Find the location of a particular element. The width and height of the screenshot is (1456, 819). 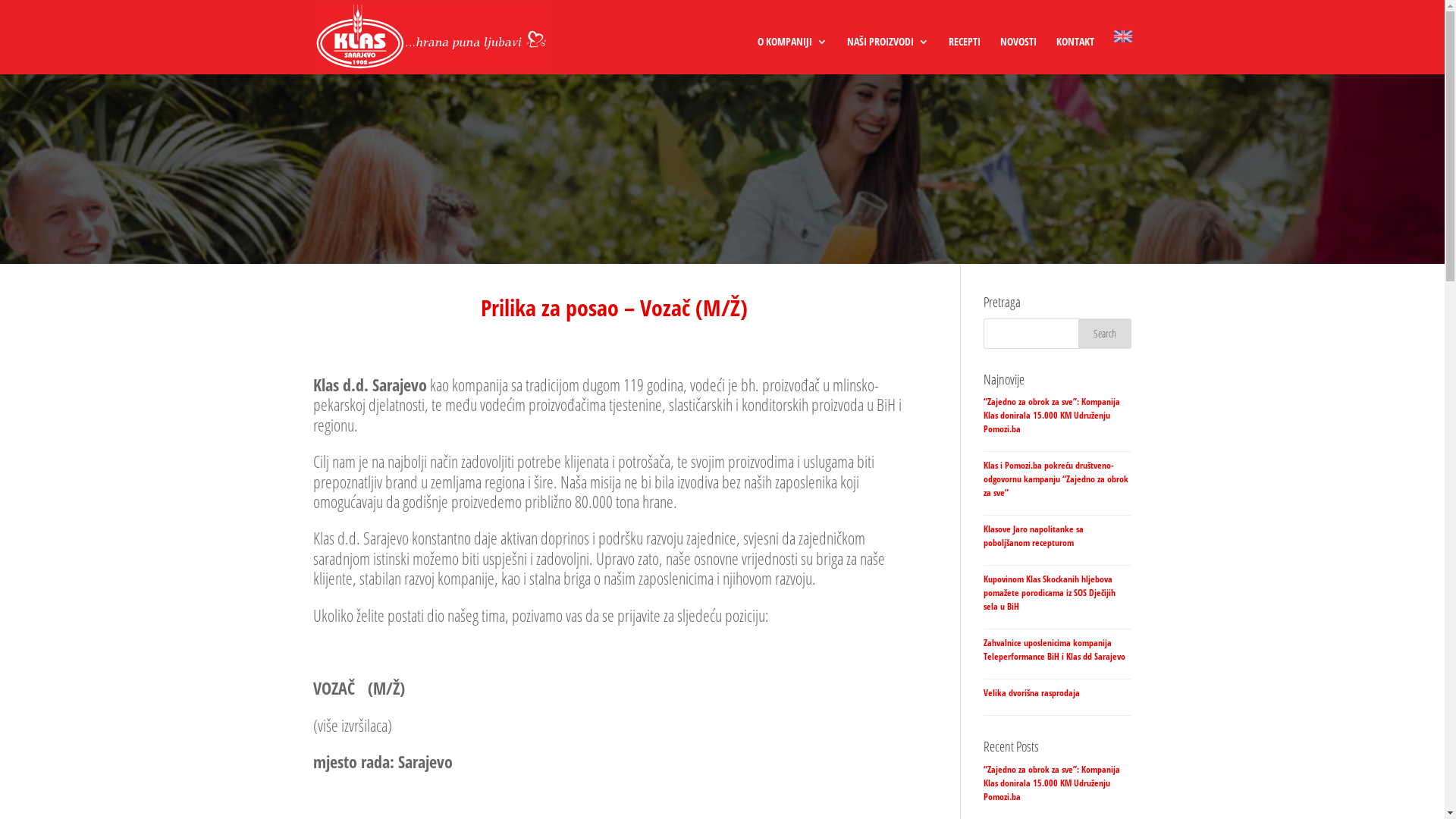

'KONTAKT' is located at coordinates (1073, 55).